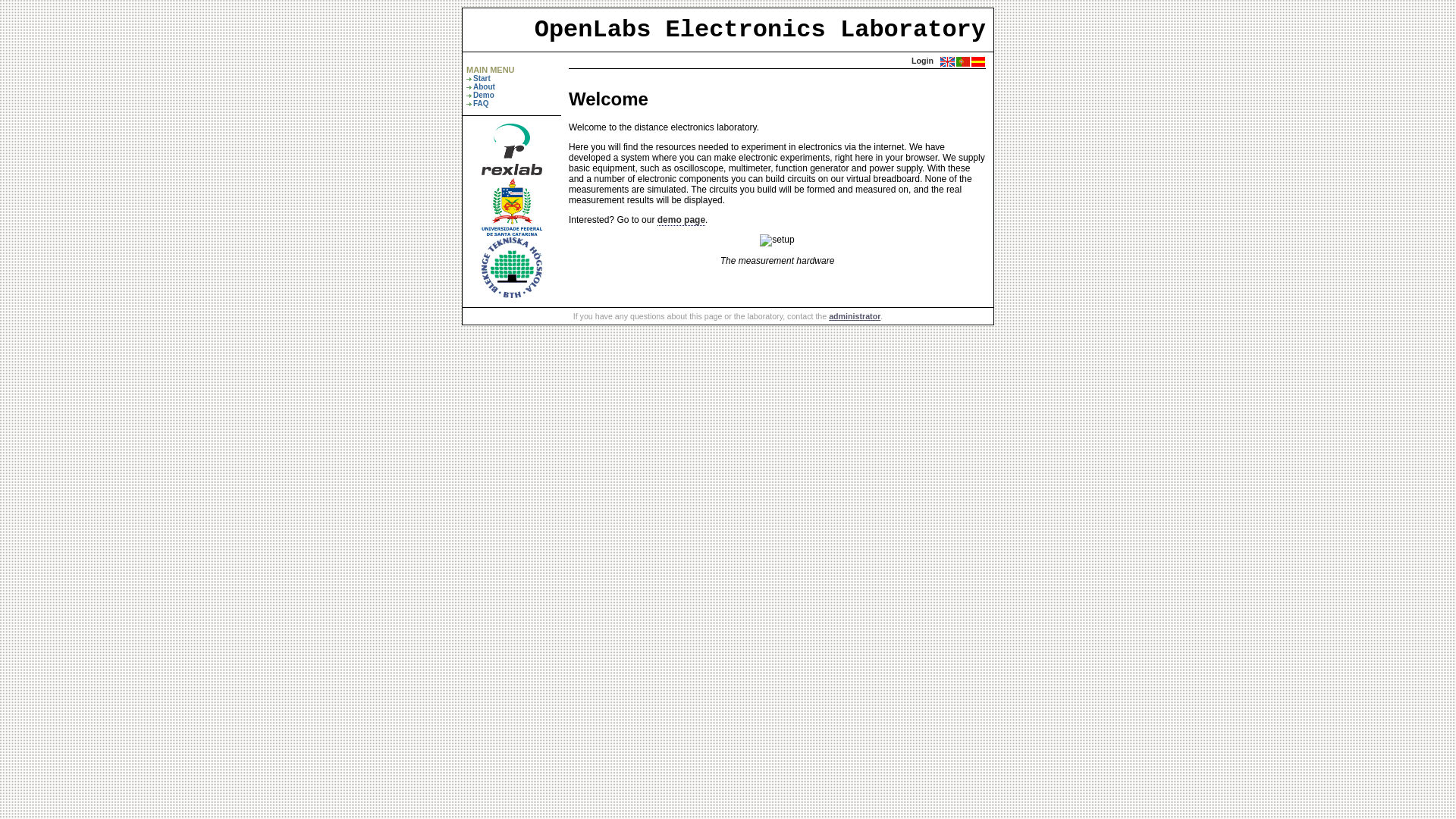 This screenshot has width=1456, height=819. What do you see at coordinates (483, 86) in the screenshot?
I see `'About'` at bounding box center [483, 86].